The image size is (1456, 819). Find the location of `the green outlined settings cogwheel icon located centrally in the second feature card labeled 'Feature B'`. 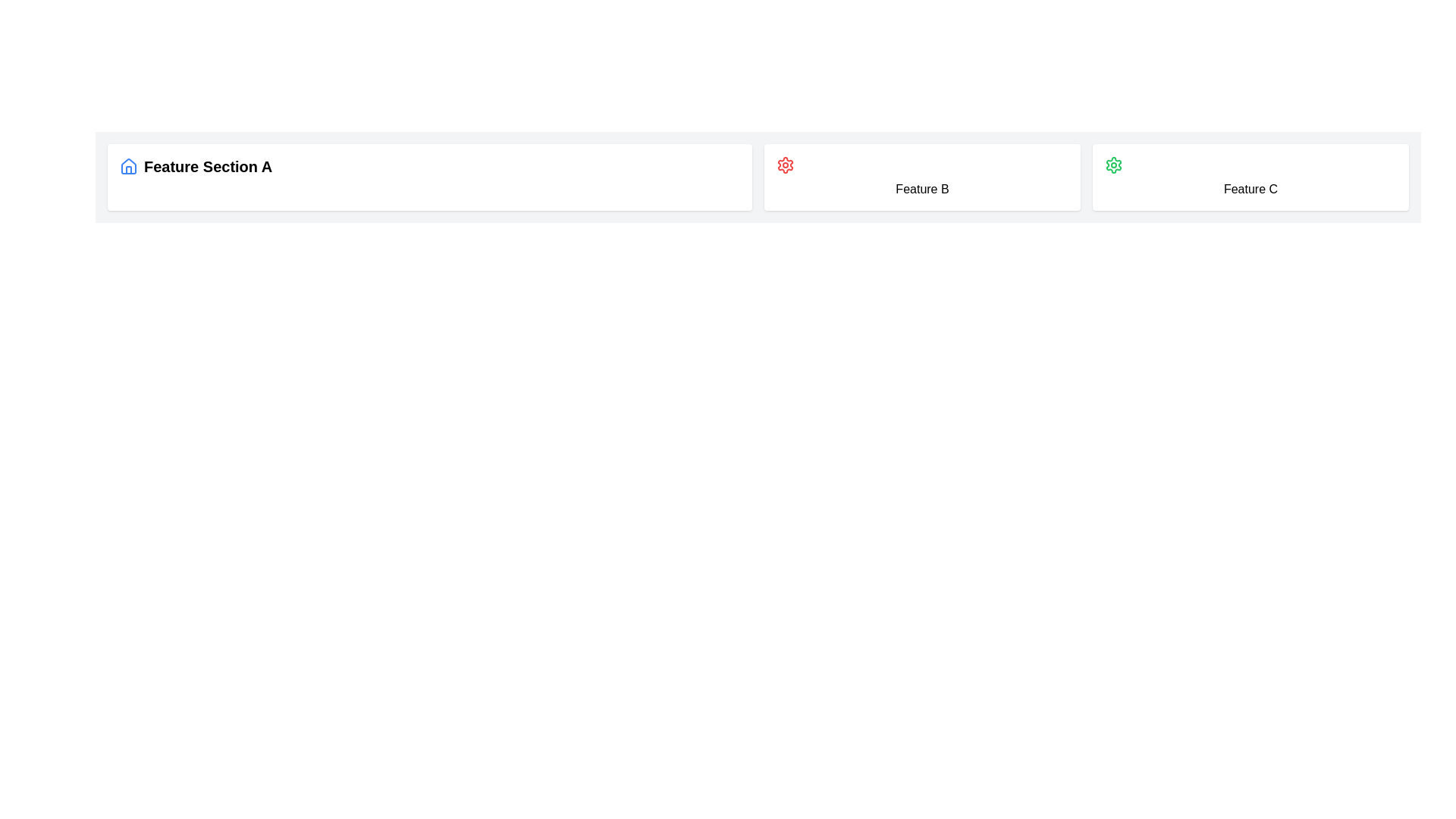

the green outlined settings cogwheel icon located centrally in the second feature card labeled 'Feature B' is located at coordinates (1113, 165).